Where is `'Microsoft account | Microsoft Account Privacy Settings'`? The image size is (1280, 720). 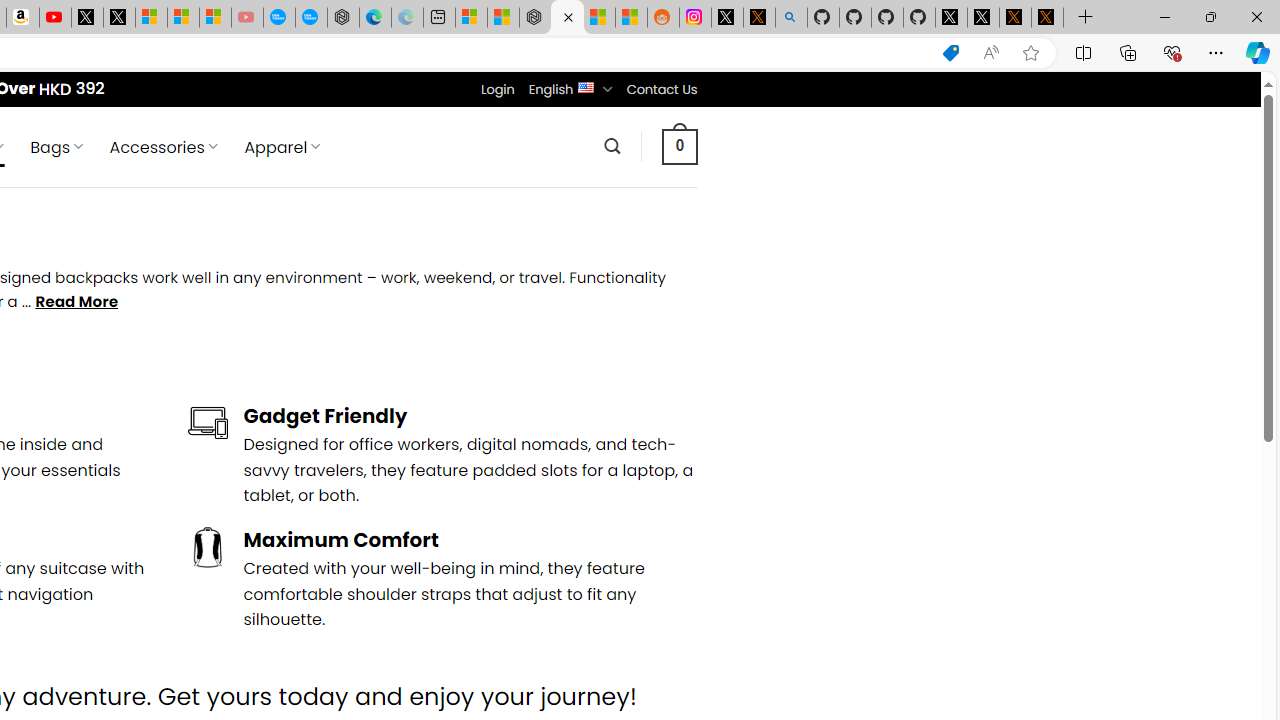 'Microsoft account | Microsoft Account Privacy Settings' is located at coordinates (470, 17).